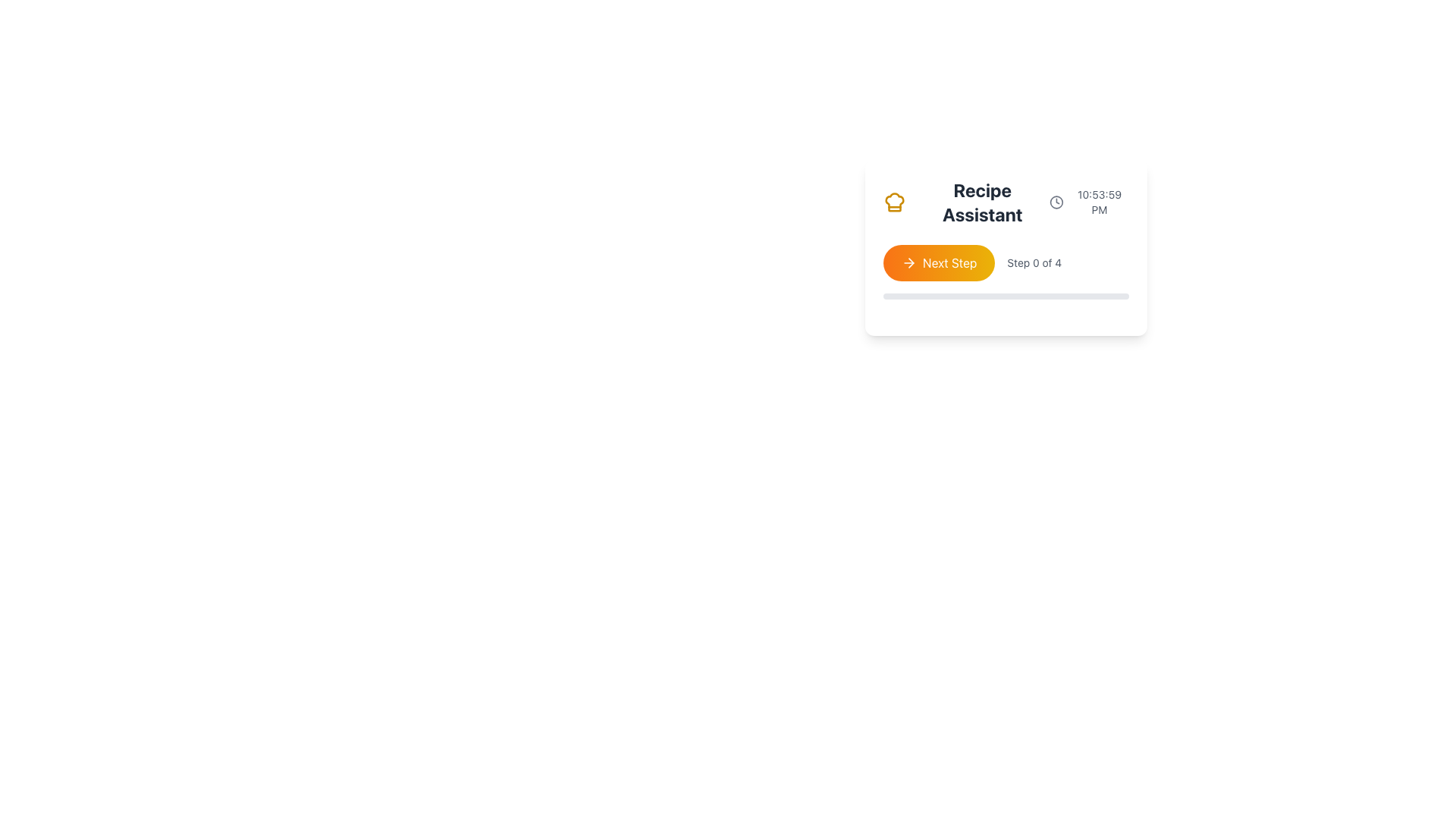 This screenshot has width=1456, height=819. What do you see at coordinates (1006, 262) in the screenshot?
I see `the button on the 'Recipe Assistant' navigation interface to proceed to the next step` at bounding box center [1006, 262].